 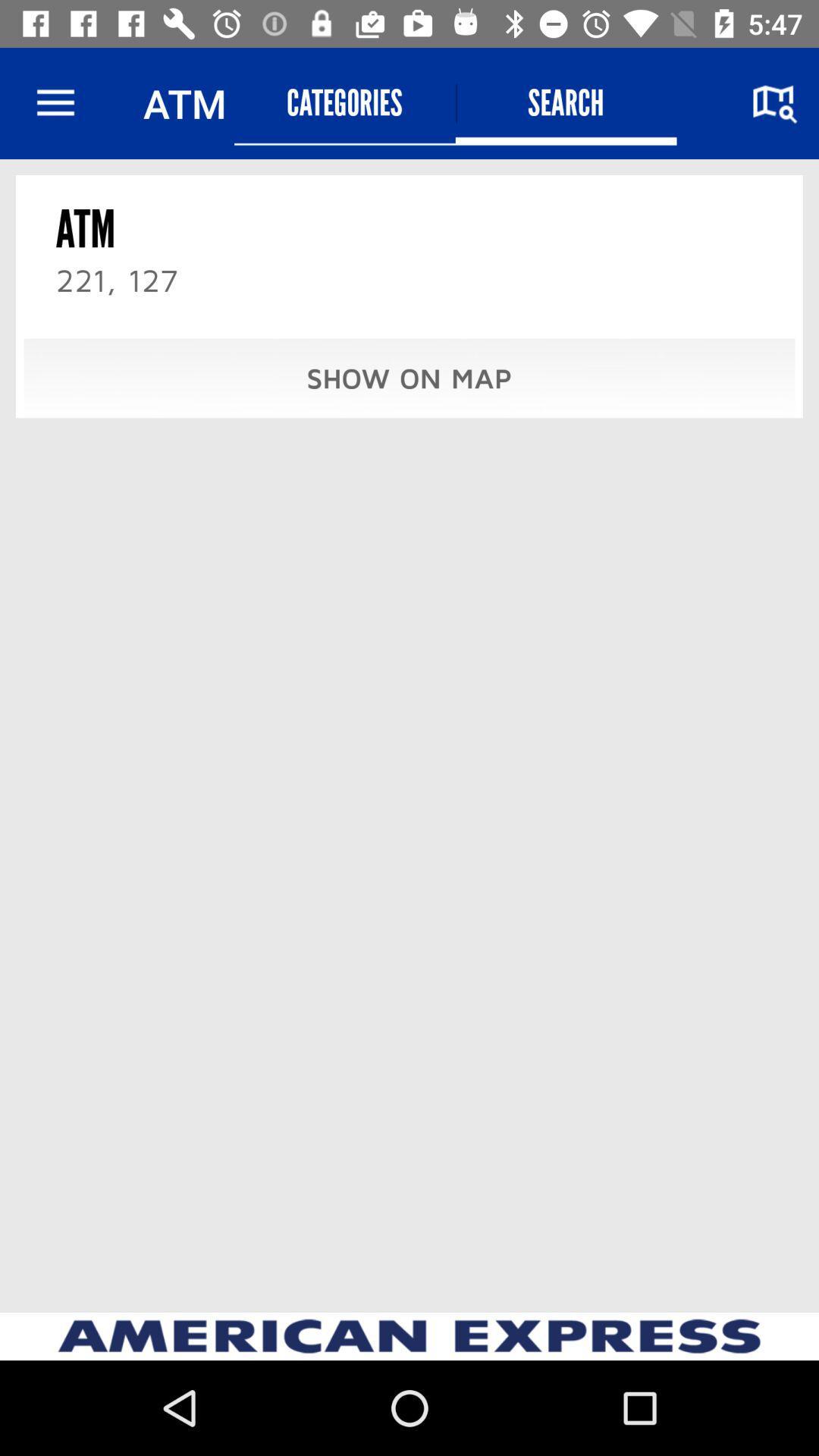 I want to click on icon next to categories, so click(x=566, y=102).